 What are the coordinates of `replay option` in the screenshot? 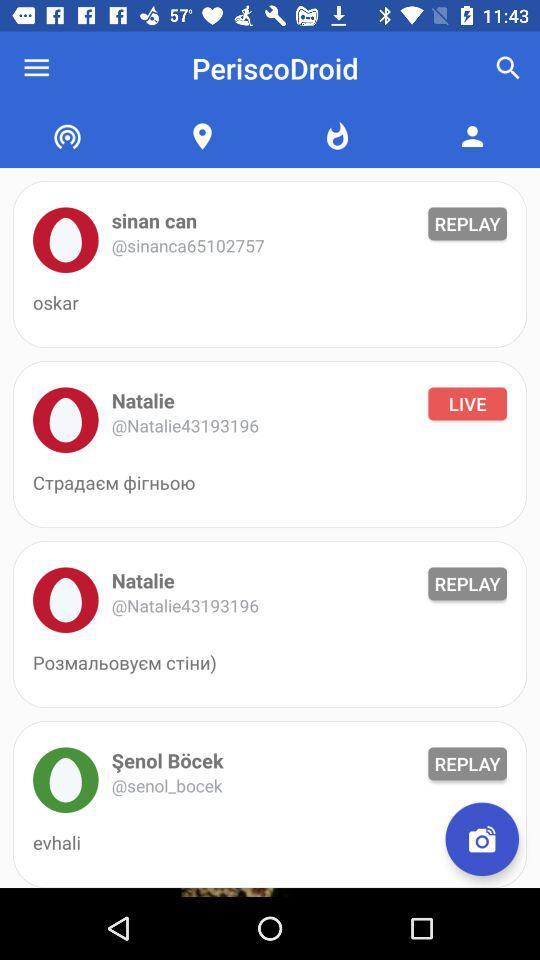 It's located at (65, 240).